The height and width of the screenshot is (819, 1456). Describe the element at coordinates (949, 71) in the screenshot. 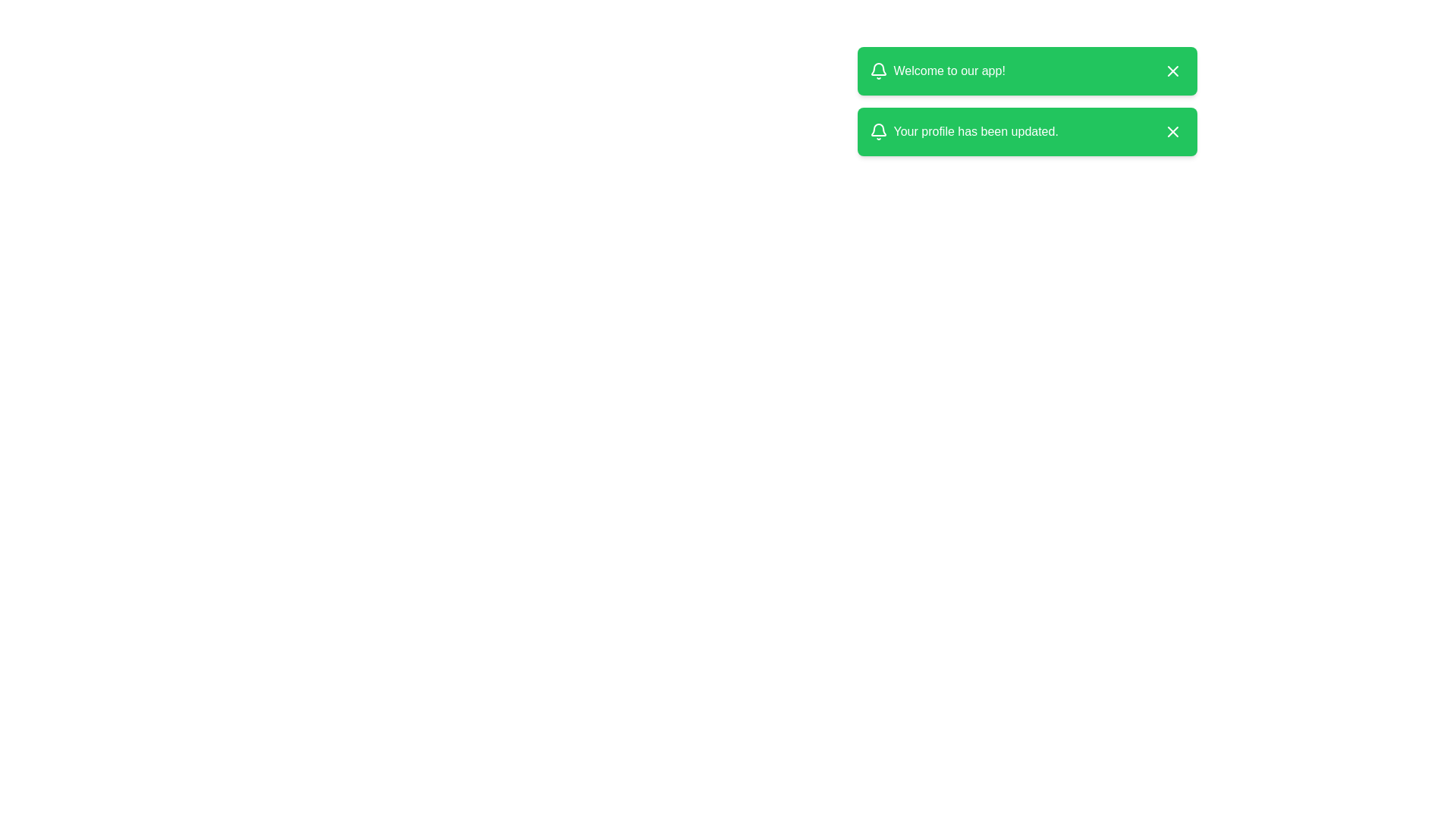

I see `the welcoming text displayed in the first notification banner, which is located to the right of the bell icon and to the left of the close button ('X')` at that location.